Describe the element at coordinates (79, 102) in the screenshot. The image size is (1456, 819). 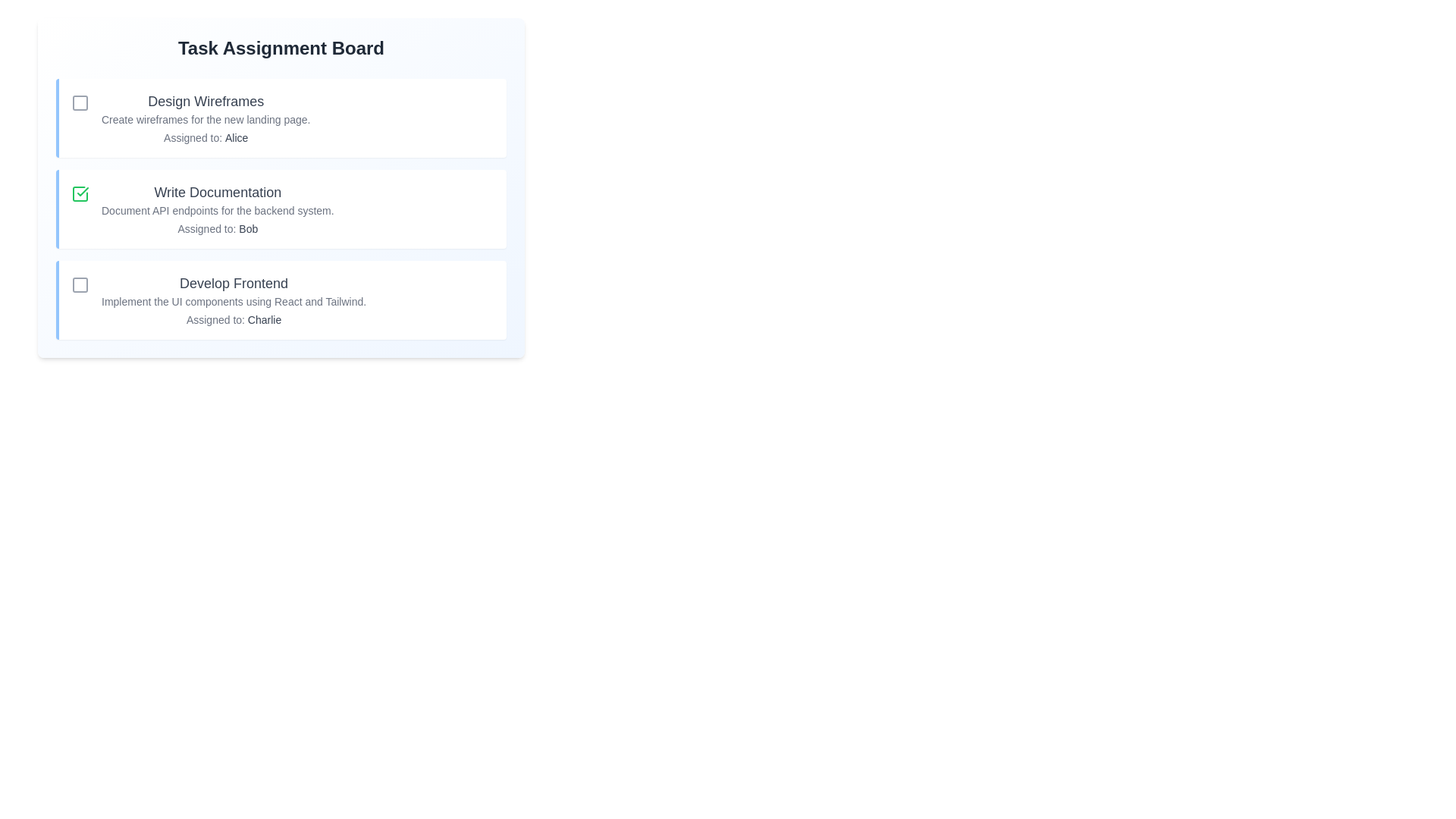
I see `the checkbox element located to the left of the 'Design Wireframes' text in the task item interface` at that location.